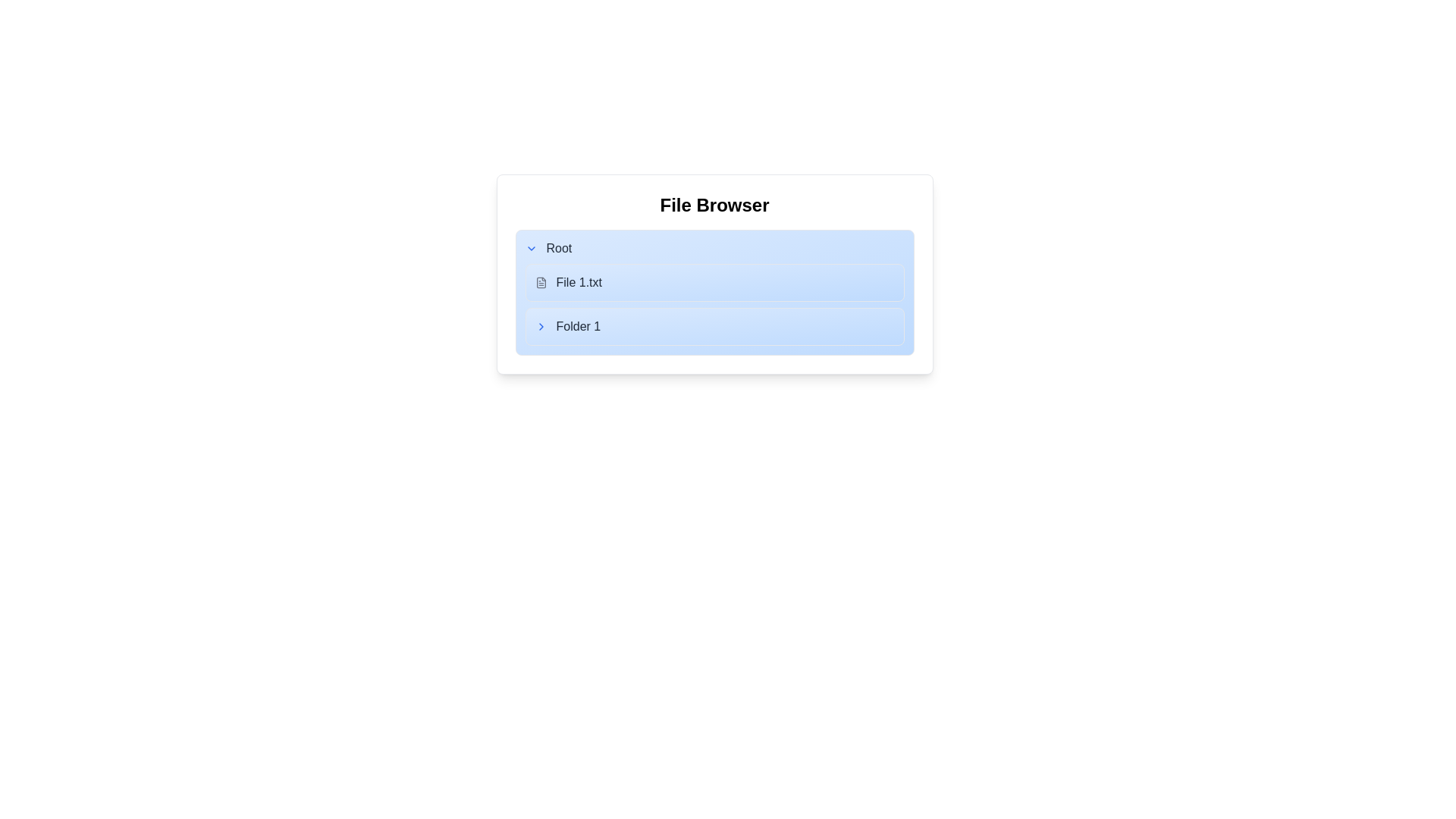 The width and height of the screenshot is (1456, 819). Describe the element at coordinates (566, 326) in the screenshot. I see `the 'Folder 1' text label in the file browser interface` at that location.